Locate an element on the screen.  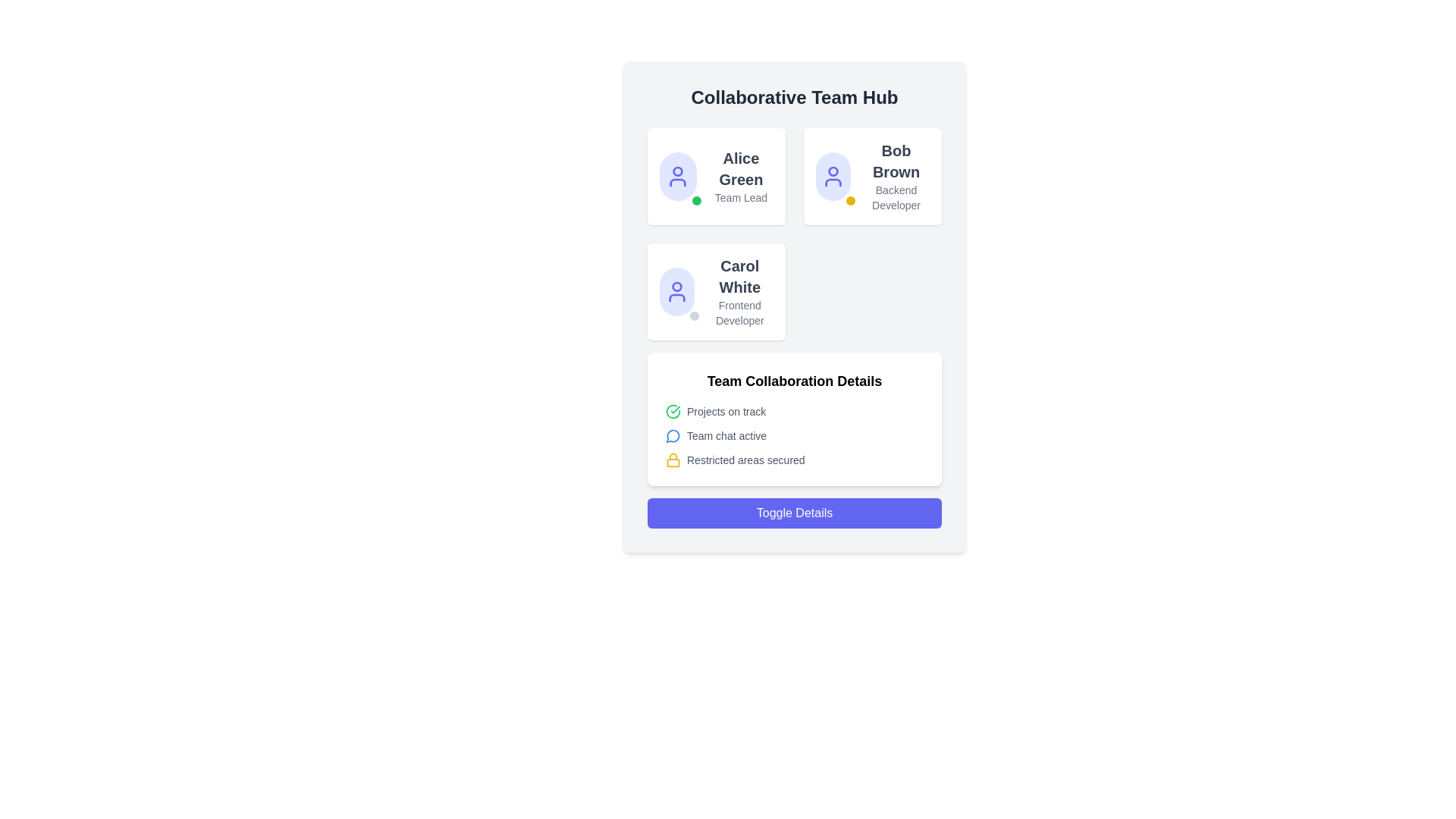
the text element that indicates 'Team Lead' position of 'Alice Green', which is located directly below the name in the panel is located at coordinates (741, 197).